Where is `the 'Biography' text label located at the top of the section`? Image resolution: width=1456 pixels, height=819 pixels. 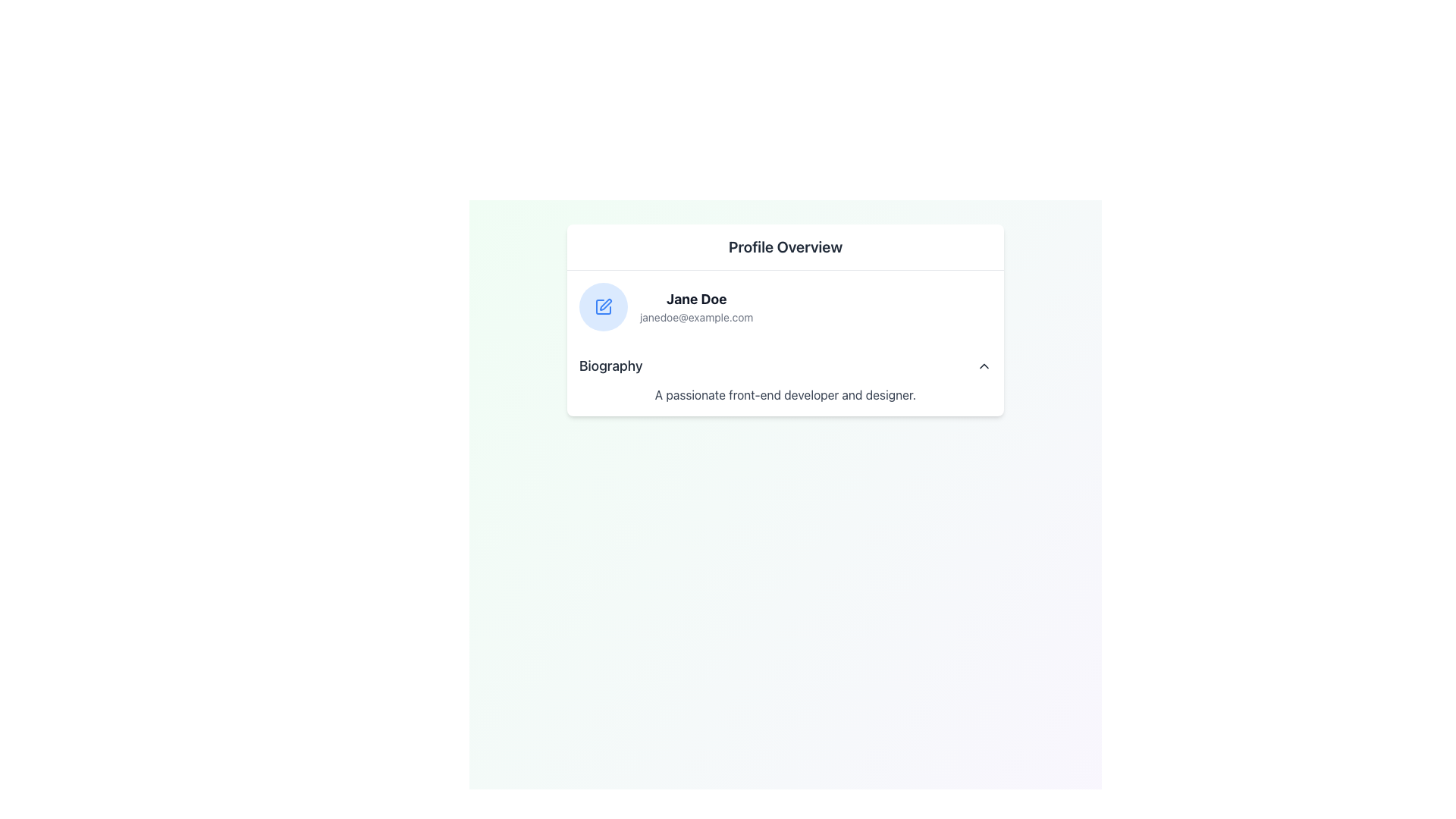
the 'Biography' text label located at the top of the section is located at coordinates (610, 366).